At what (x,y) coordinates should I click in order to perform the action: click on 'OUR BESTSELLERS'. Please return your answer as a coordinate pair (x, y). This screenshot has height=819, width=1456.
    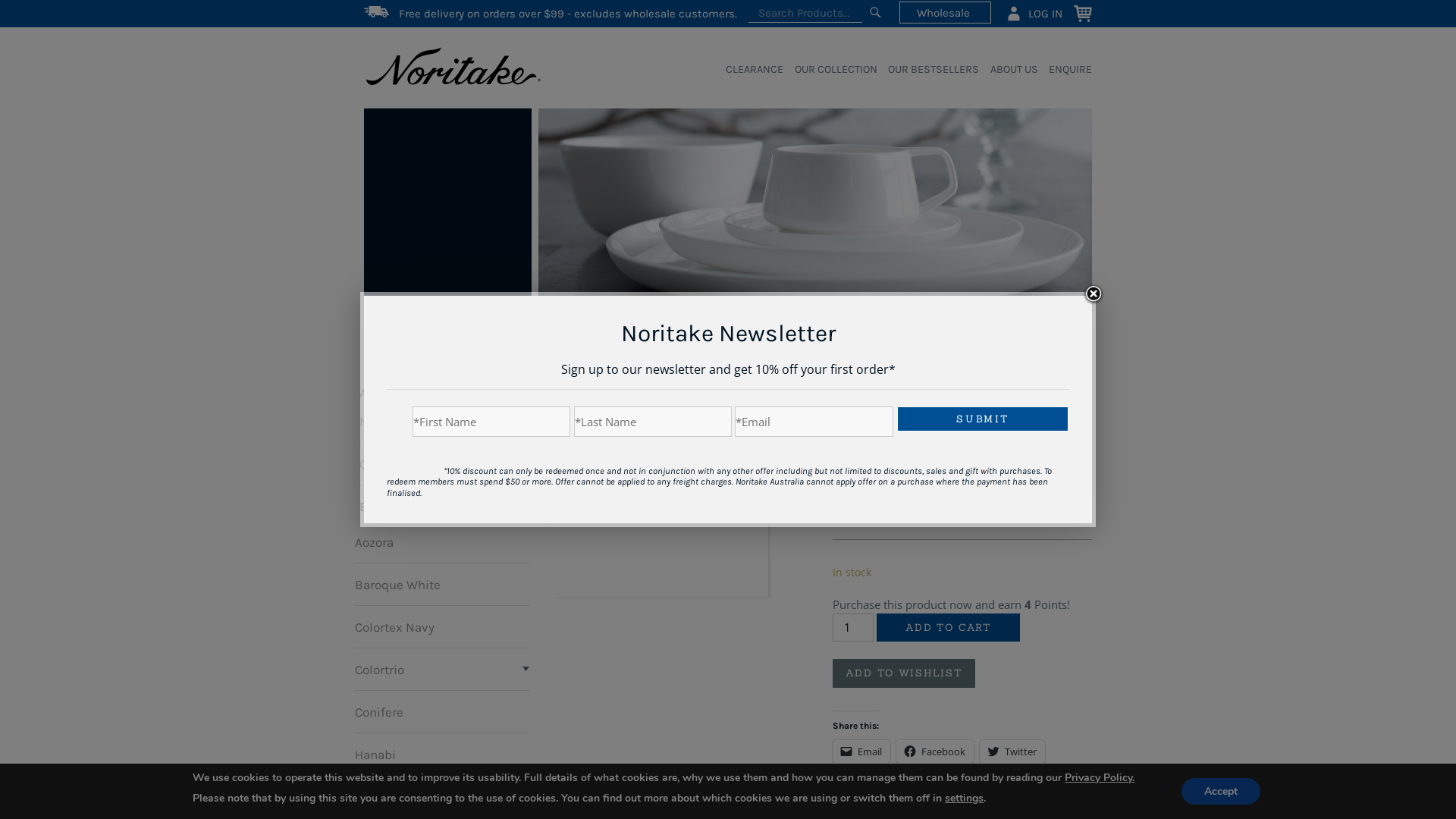
    Looking at the image, I should click on (927, 70).